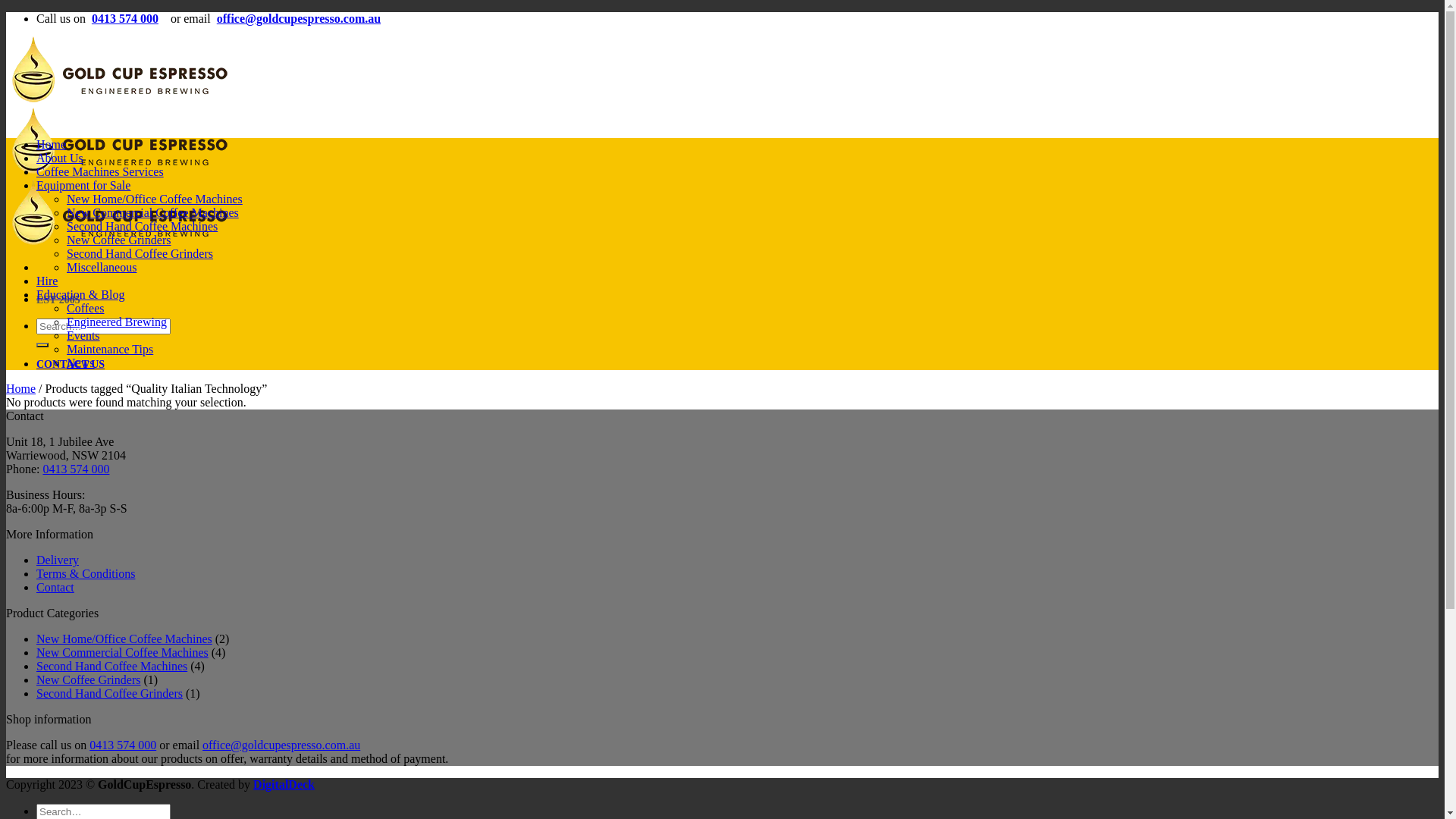  What do you see at coordinates (84, 307) in the screenshot?
I see `'Coffees'` at bounding box center [84, 307].